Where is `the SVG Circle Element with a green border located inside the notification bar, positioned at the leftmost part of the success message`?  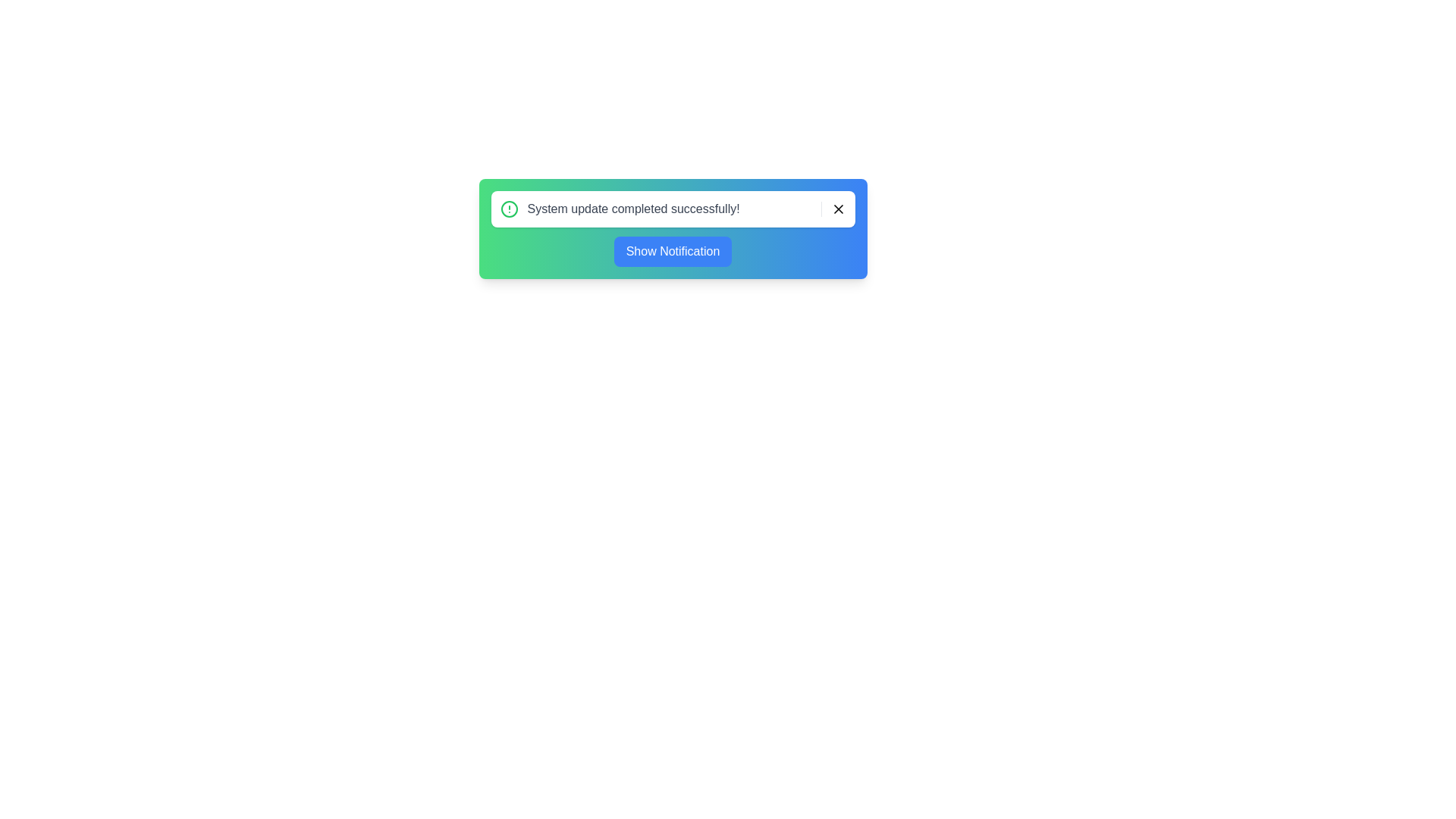
the SVG Circle Element with a green border located inside the notification bar, positioned at the leftmost part of the success message is located at coordinates (509, 209).